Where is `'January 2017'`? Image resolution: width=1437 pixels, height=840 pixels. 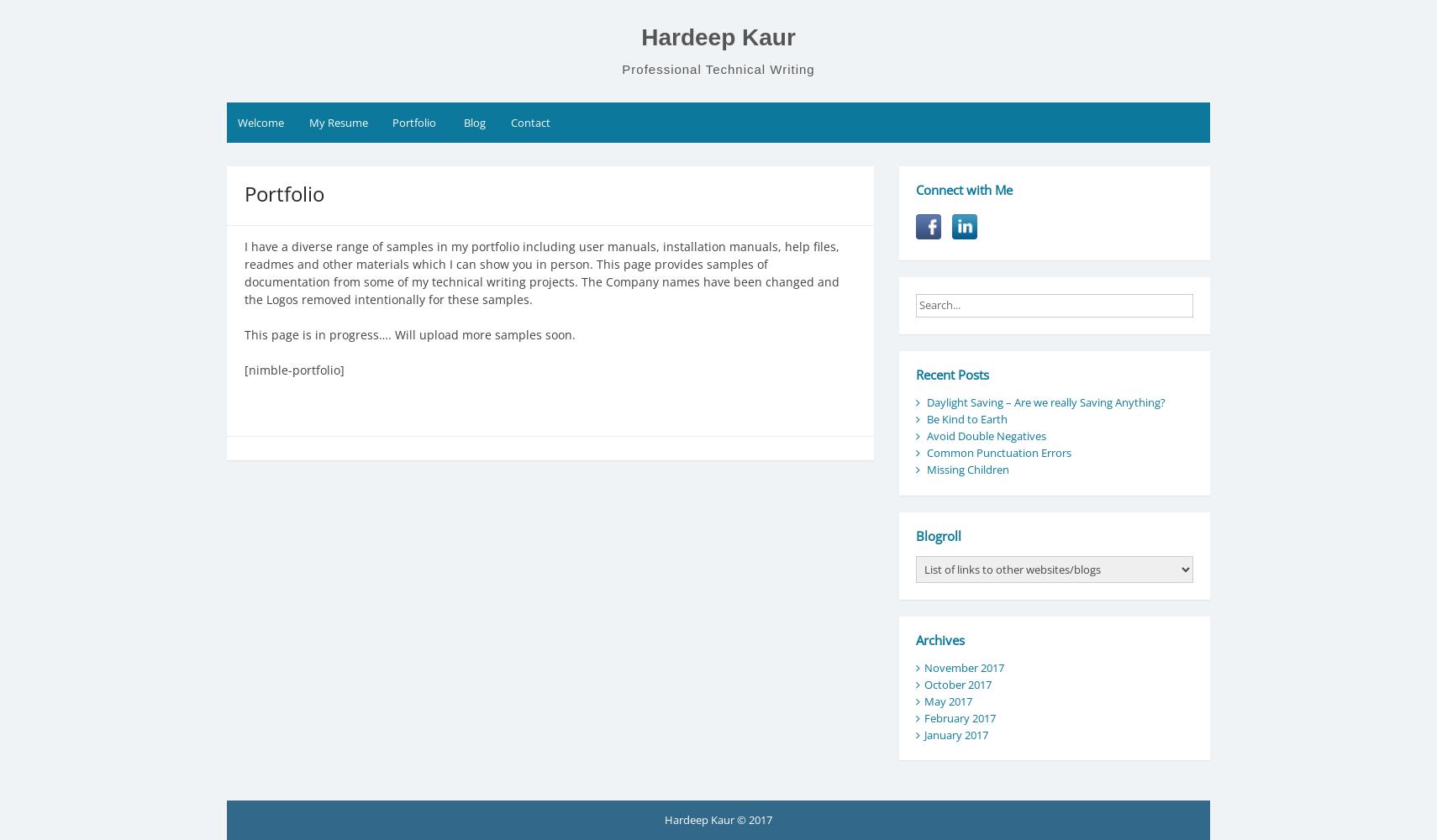 'January 2017' is located at coordinates (923, 733).